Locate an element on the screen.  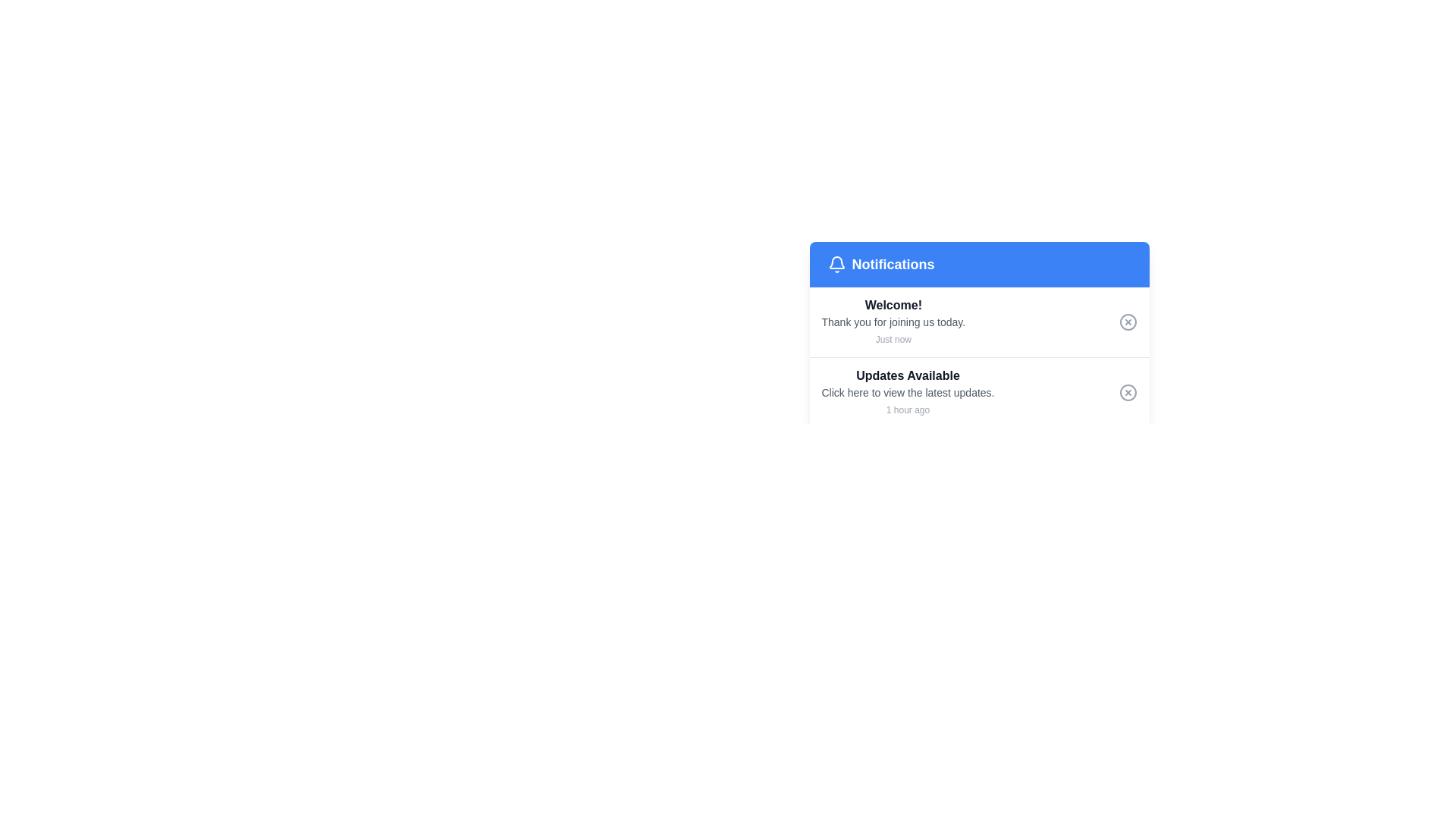
the content of the header area containing a blue background bar with a white bell icon and the text 'Notifications' in bold white font, located at the top of the notification card is located at coordinates (979, 263).